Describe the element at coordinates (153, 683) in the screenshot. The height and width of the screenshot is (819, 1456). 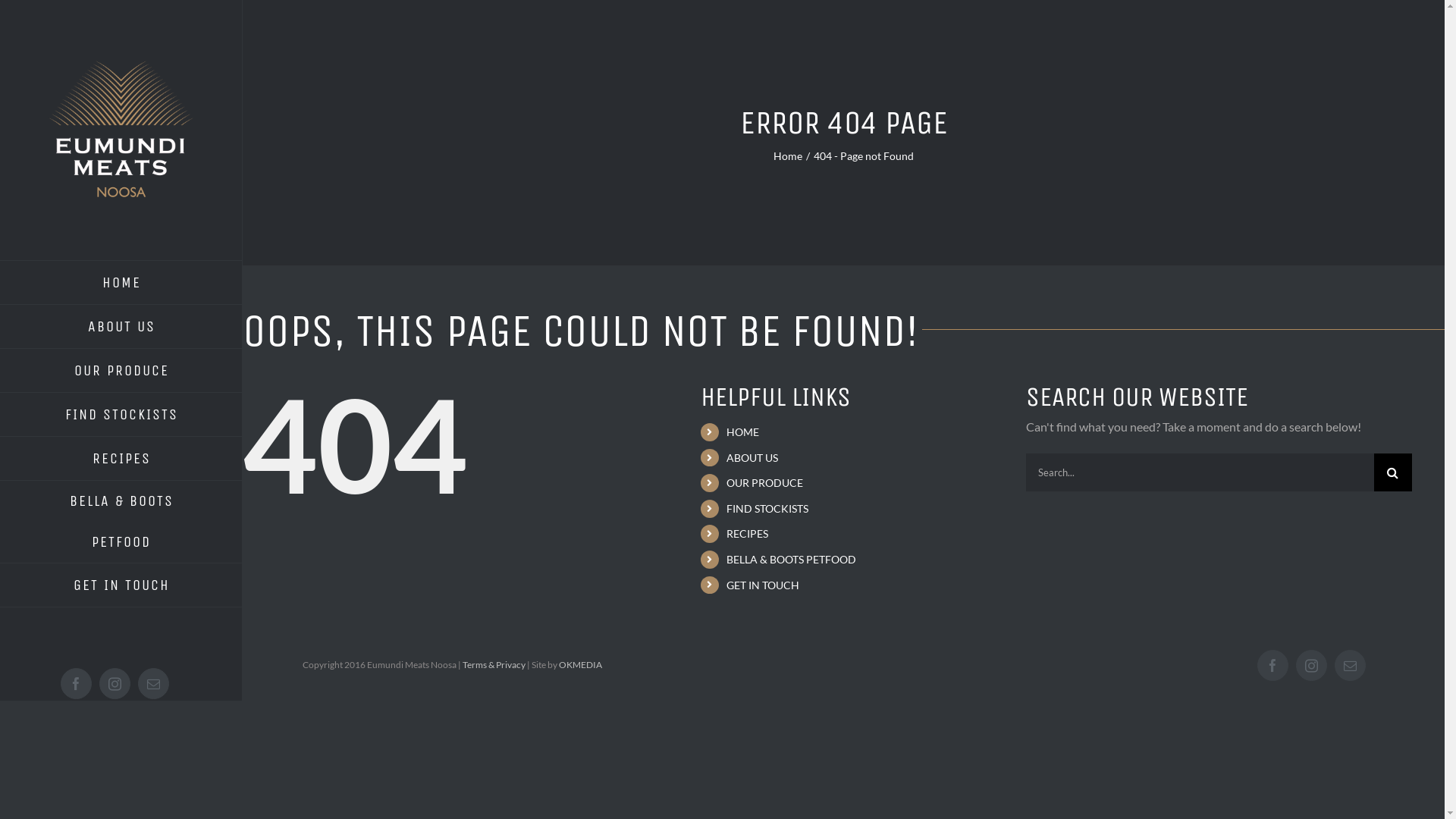
I see `'Email'` at that location.